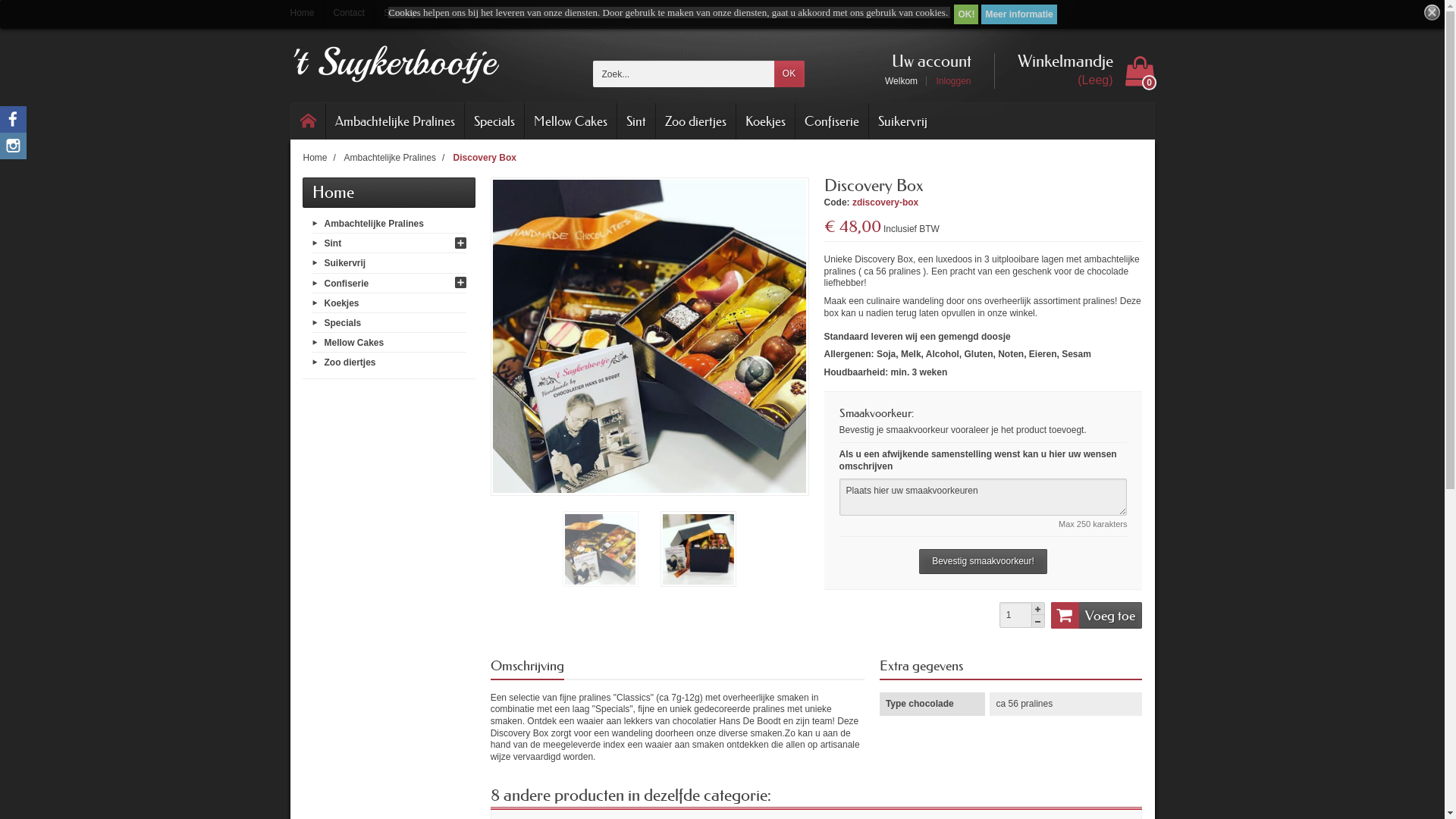  I want to click on 'Winkelmandje, so click(1073, 71).